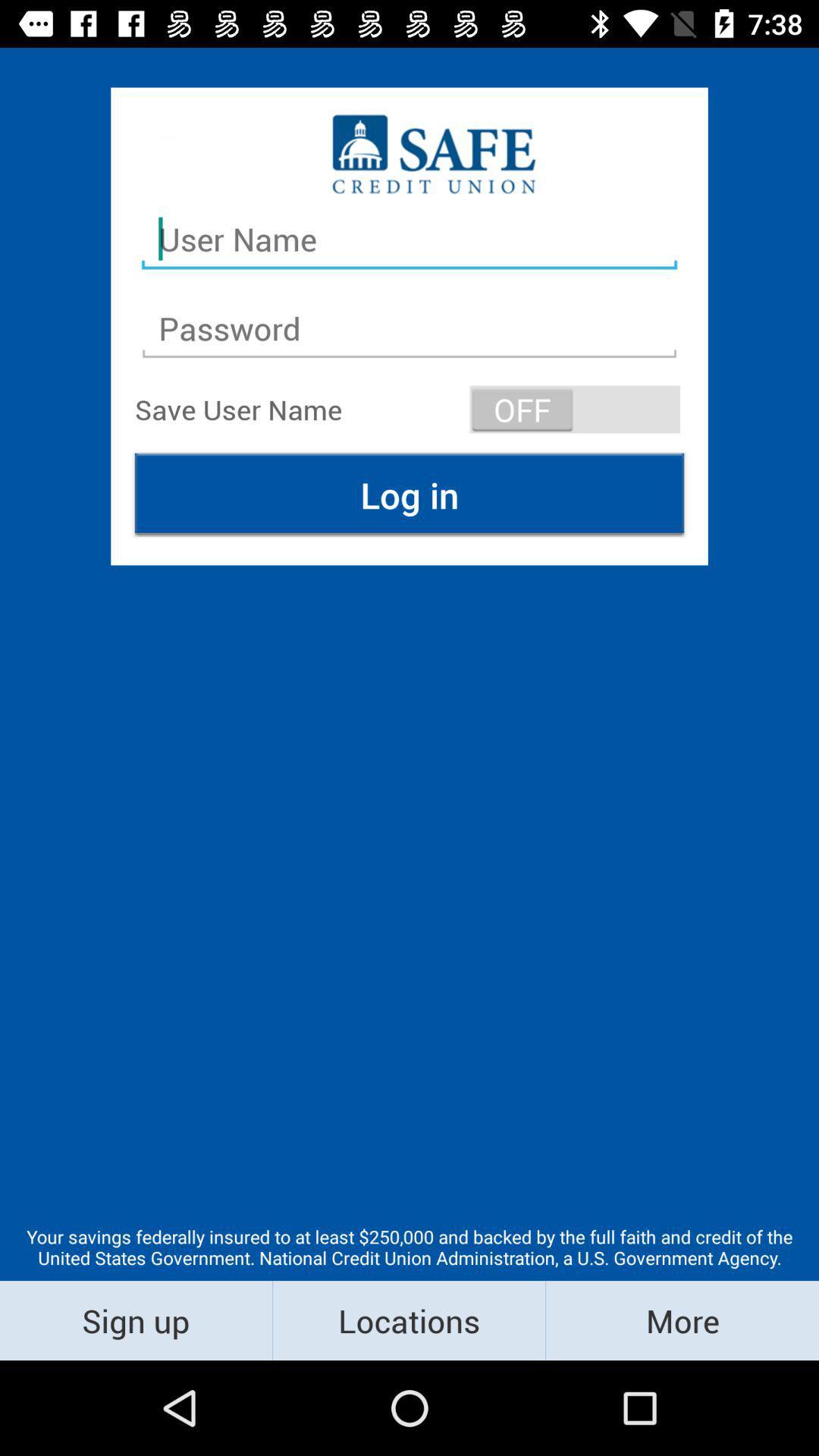 The image size is (819, 1456). I want to click on more item, so click(681, 1319).